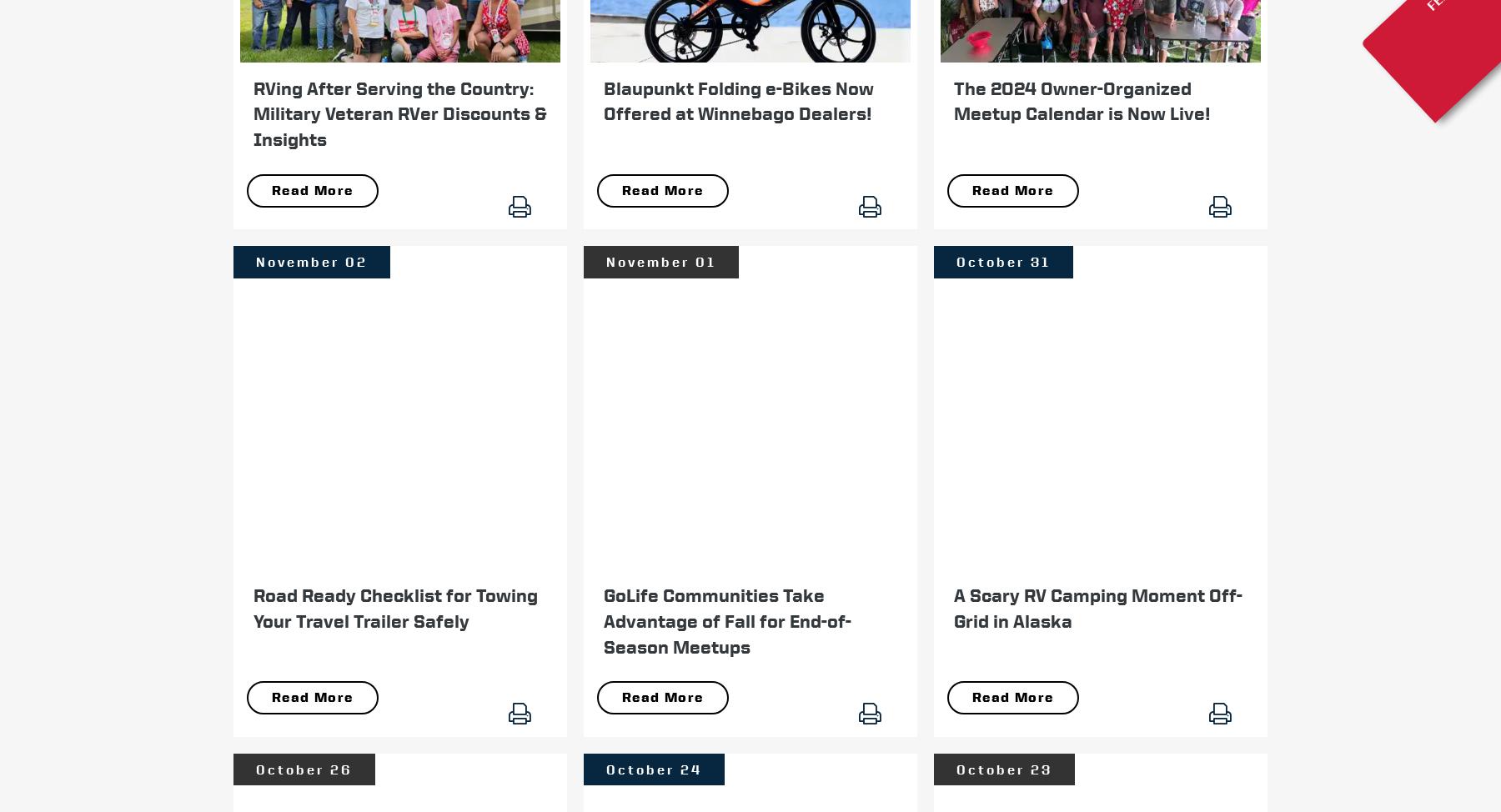  Describe the element at coordinates (399, 112) in the screenshot. I see `'RVing After Serving the Country: Military Veteran RVer Discounts & Insights'` at that location.